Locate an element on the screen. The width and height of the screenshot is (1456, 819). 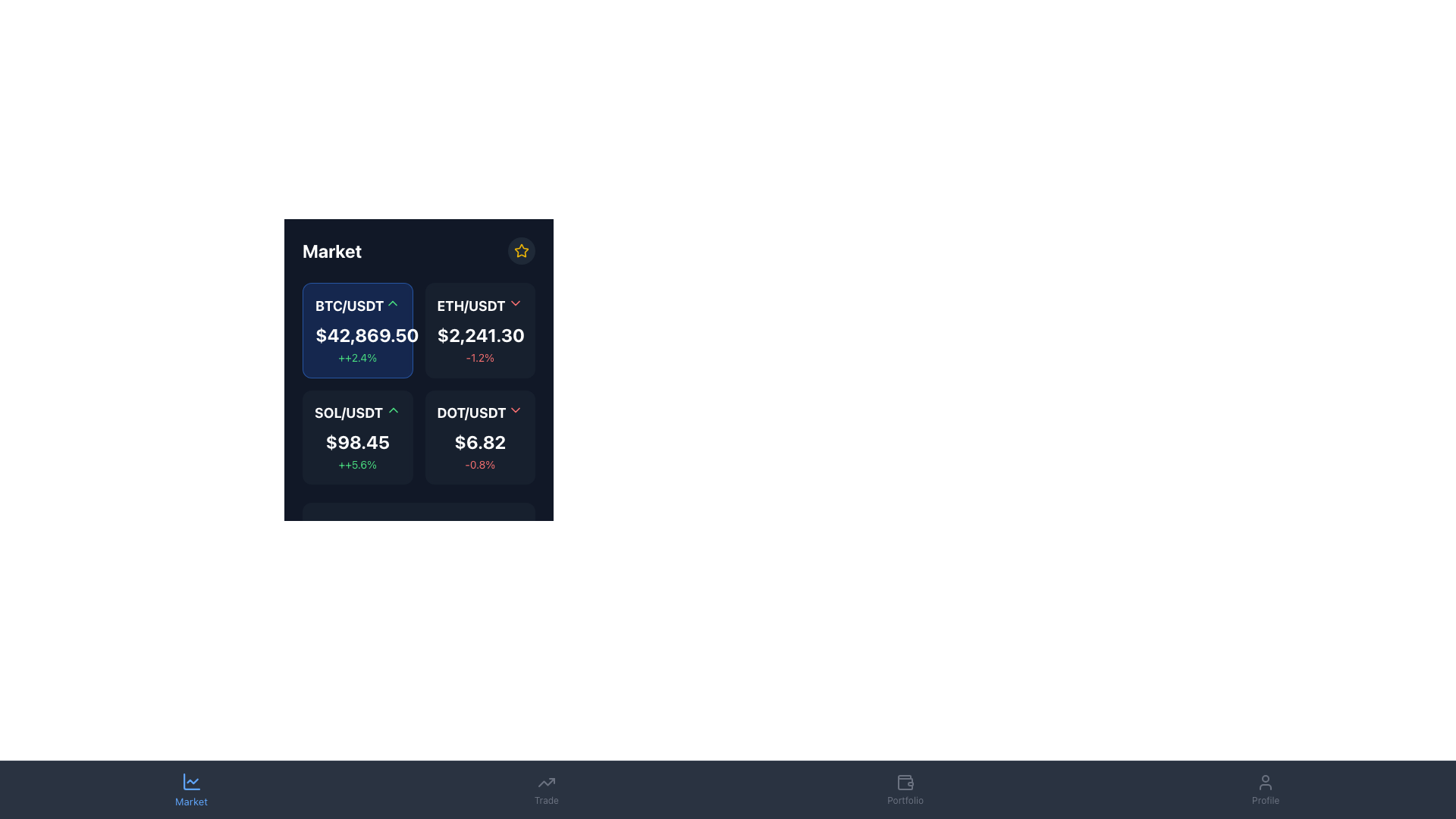
the upward-pointing green chevron icon located to the right of the 'SOL/USDT' label is located at coordinates (393, 409).